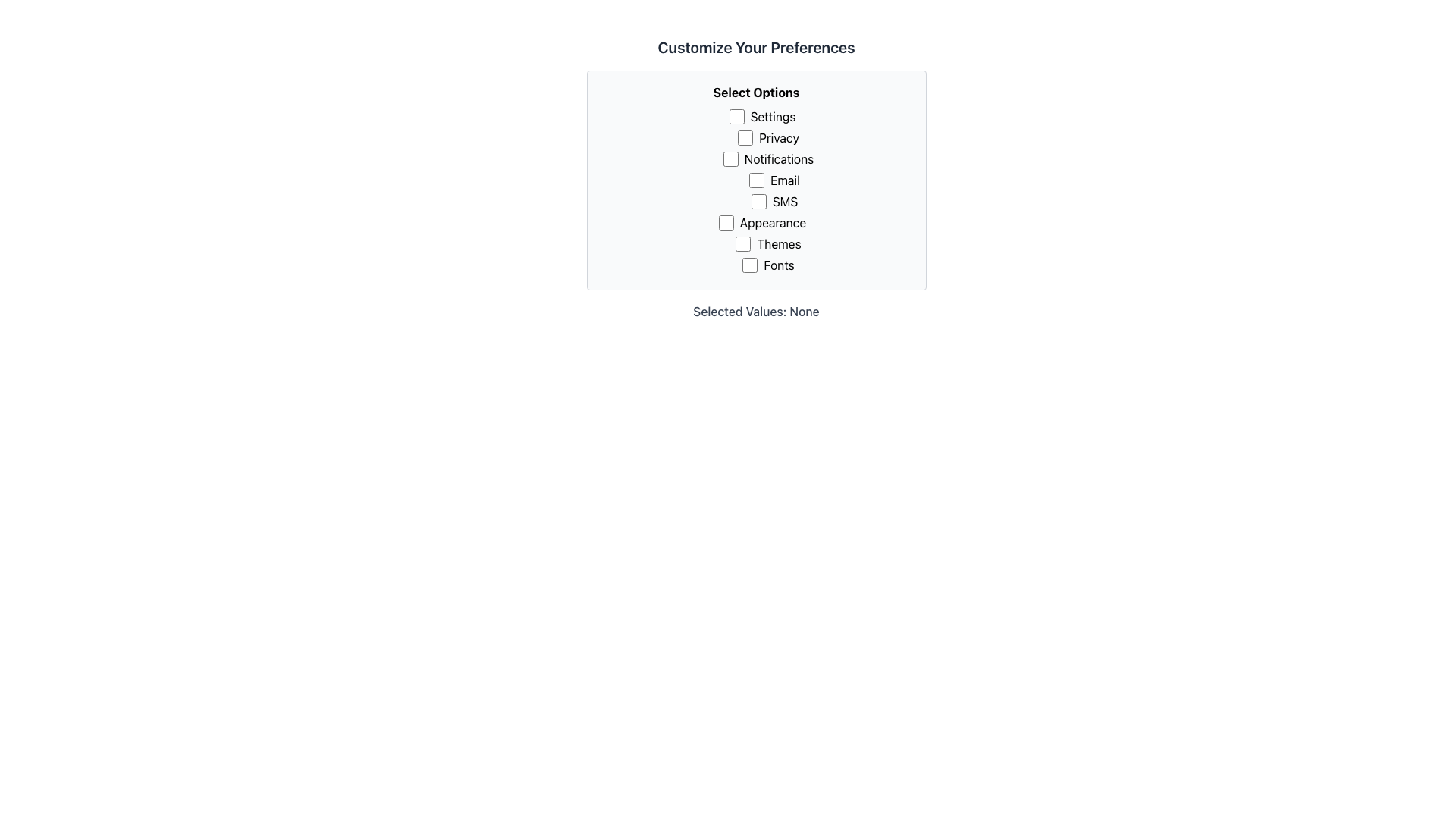  I want to click on the checkbox located next to the 'Privacy' label, so click(745, 137).